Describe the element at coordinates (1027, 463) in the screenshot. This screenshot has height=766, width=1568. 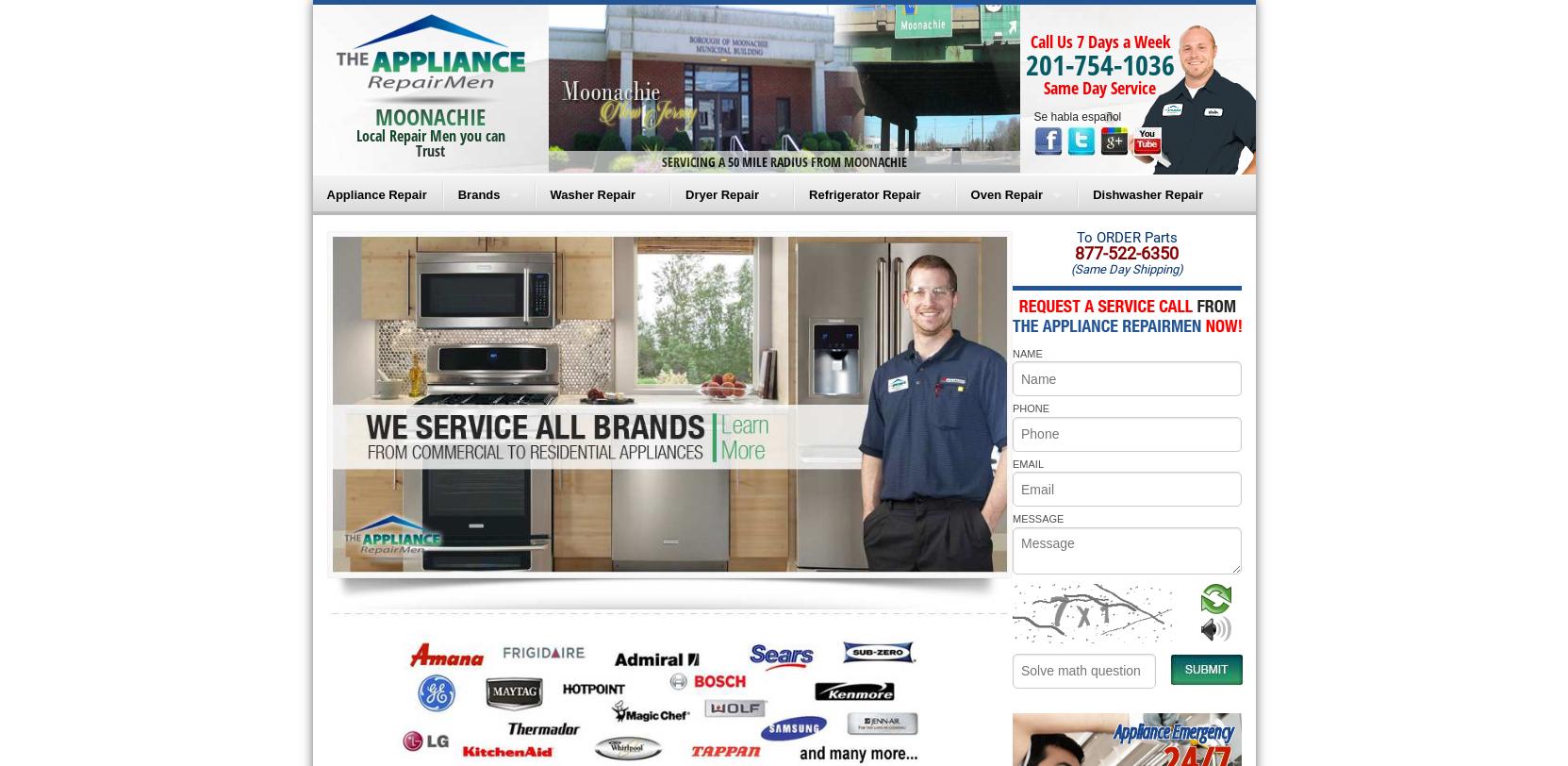
I see `'EMAIL'` at that location.